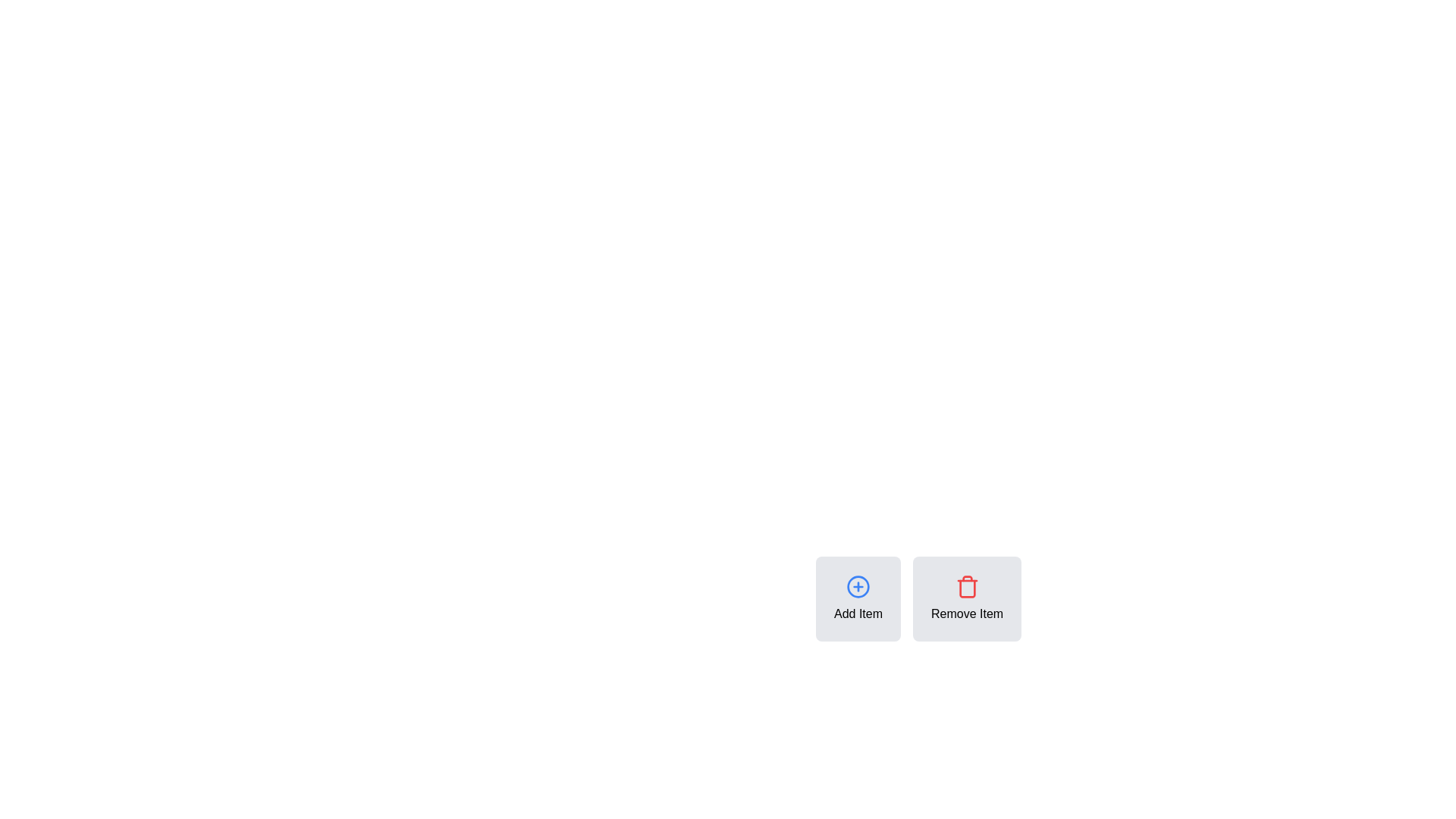 The width and height of the screenshot is (1456, 819). What do you see at coordinates (858, 614) in the screenshot?
I see `the 'Add Item' text label, which is displayed in a standard font within a light gray card-like section, centered below a blue circular icon with a plus sign` at bounding box center [858, 614].